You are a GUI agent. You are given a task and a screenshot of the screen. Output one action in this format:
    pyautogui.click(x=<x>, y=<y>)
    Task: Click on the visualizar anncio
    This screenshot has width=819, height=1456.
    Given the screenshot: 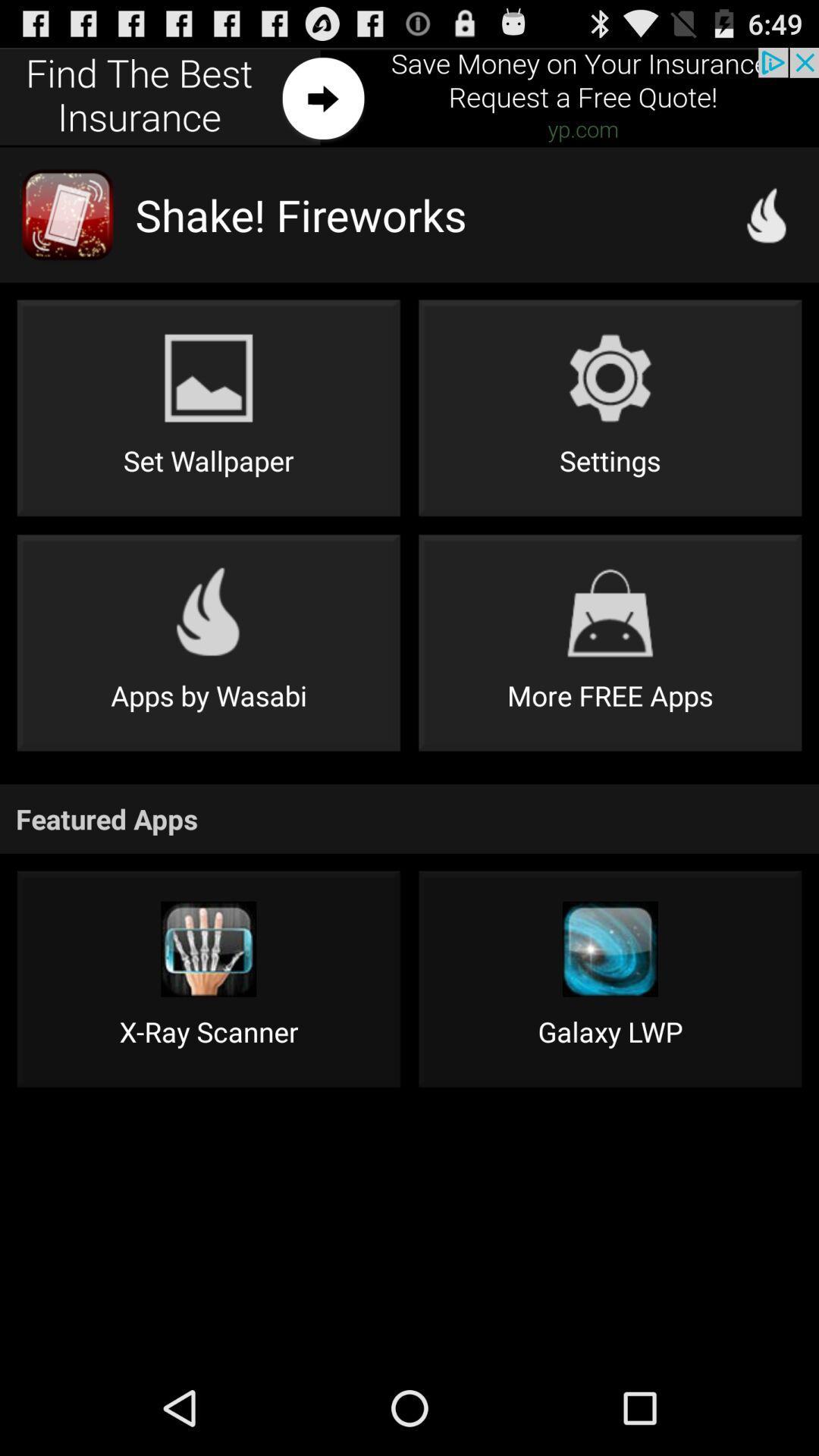 What is the action you would take?
    pyautogui.click(x=409, y=96)
    